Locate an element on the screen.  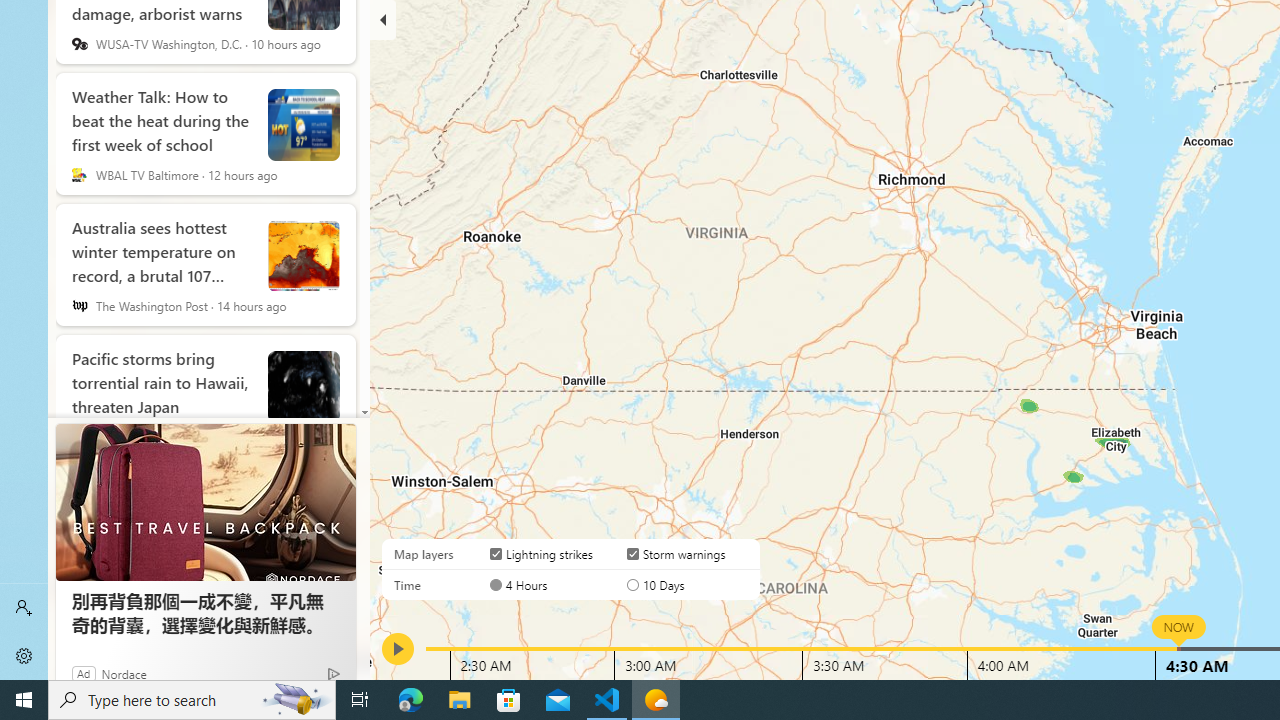
'File Explorer' is located at coordinates (459, 698).